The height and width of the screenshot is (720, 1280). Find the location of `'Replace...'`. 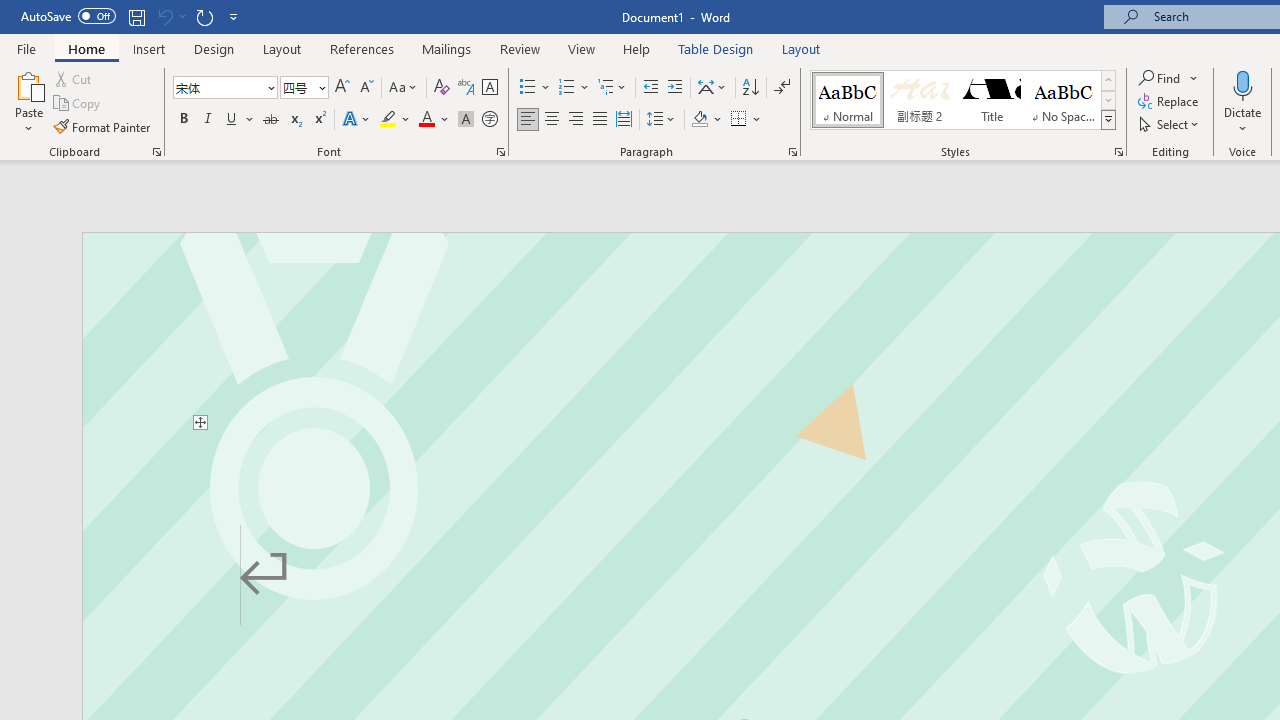

'Replace...' is located at coordinates (1169, 101).